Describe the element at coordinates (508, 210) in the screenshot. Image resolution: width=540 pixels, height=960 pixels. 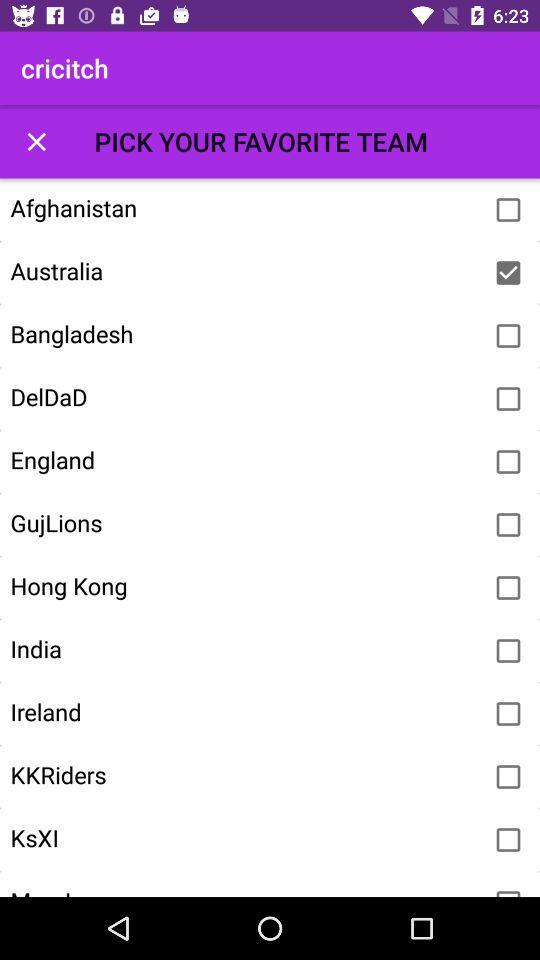
I see `check box for selection` at that location.